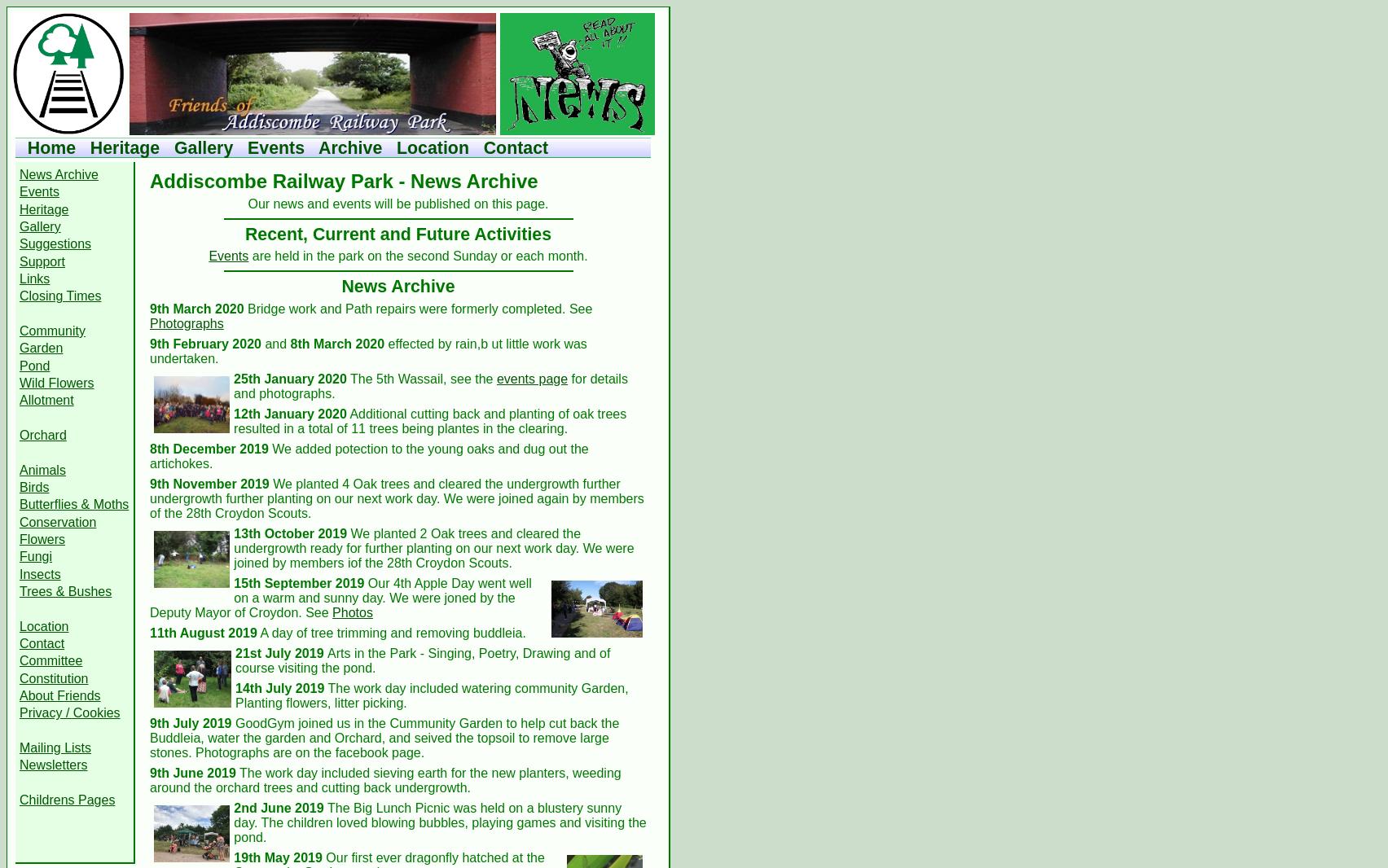  I want to click on '9th November 2019', so click(208, 482).